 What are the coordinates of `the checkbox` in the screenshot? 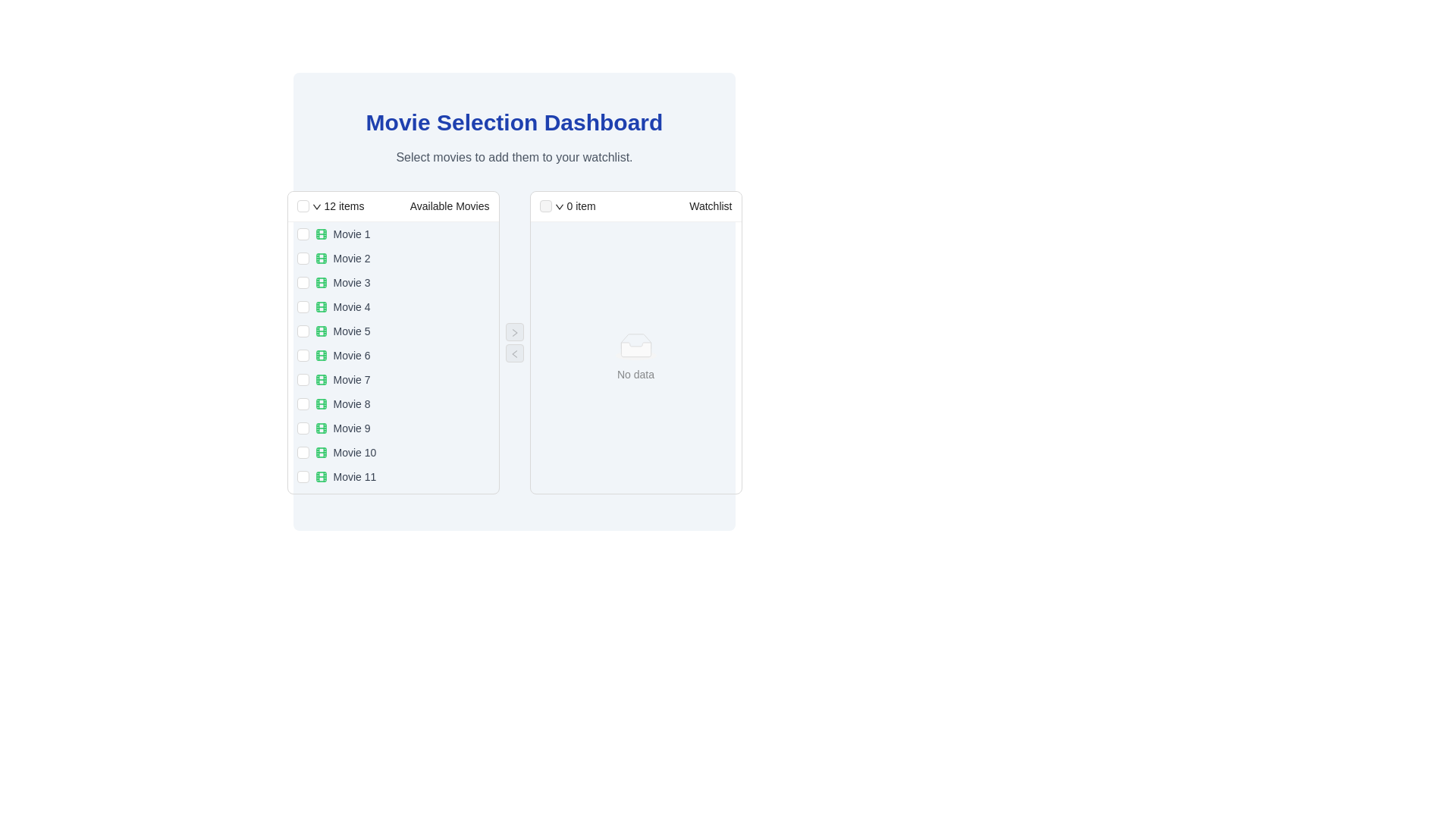 It's located at (303, 307).